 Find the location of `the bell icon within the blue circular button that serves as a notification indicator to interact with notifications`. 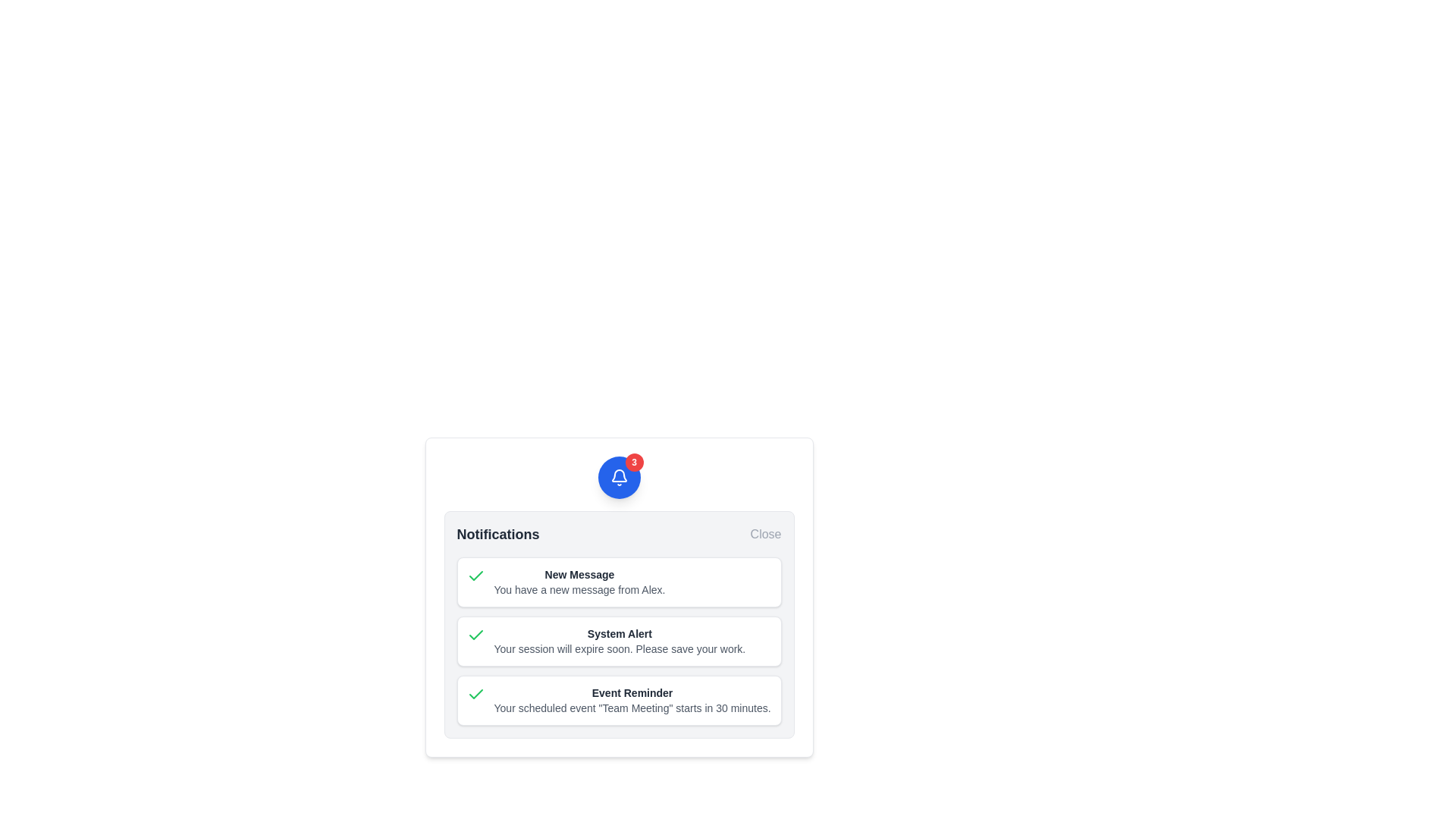

the bell icon within the blue circular button that serves as a notification indicator to interact with notifications is located at coordinates (619, 476).